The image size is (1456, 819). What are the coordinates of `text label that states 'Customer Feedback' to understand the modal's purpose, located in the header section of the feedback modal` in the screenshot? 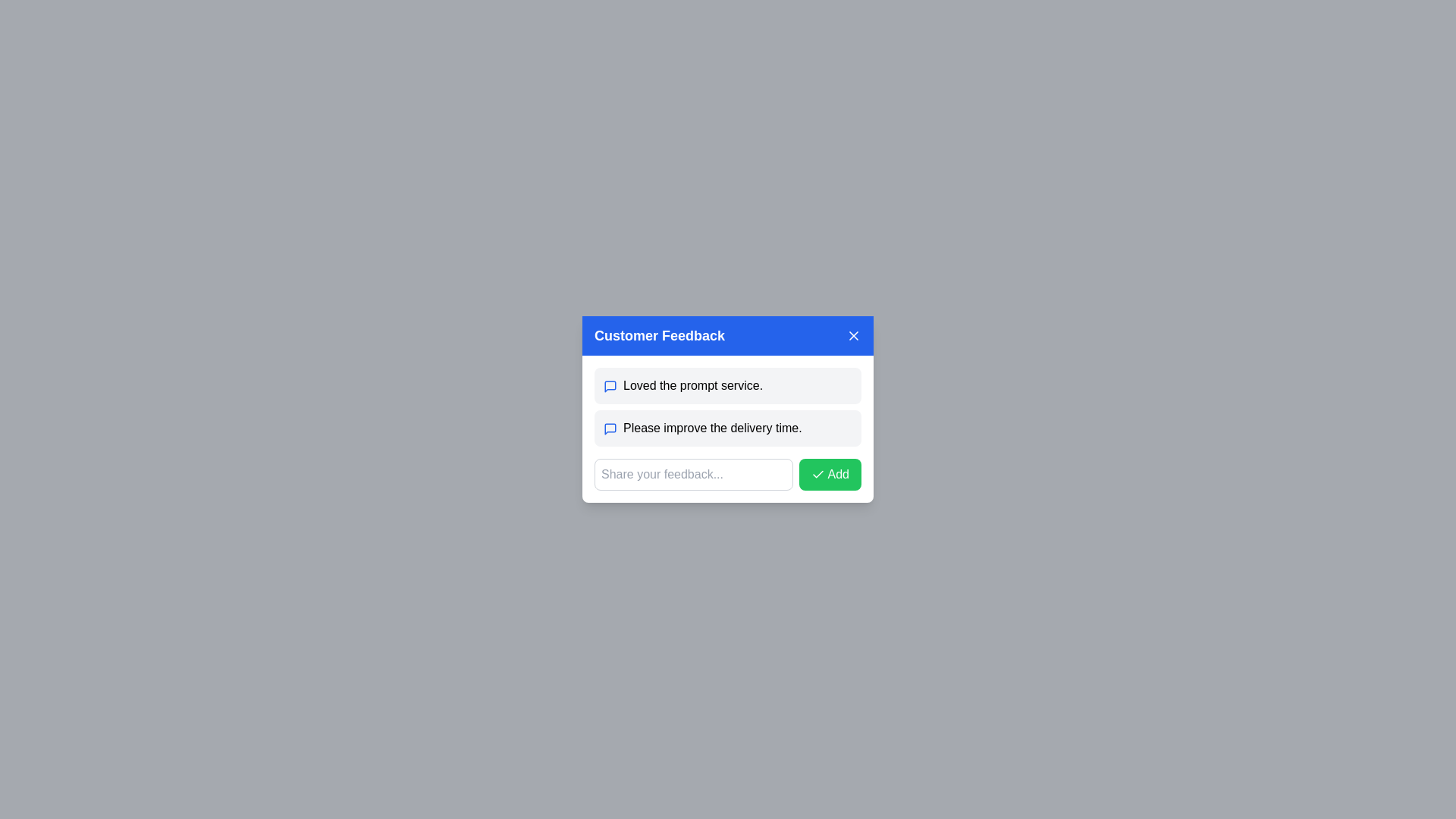 It's located at (659, 335).